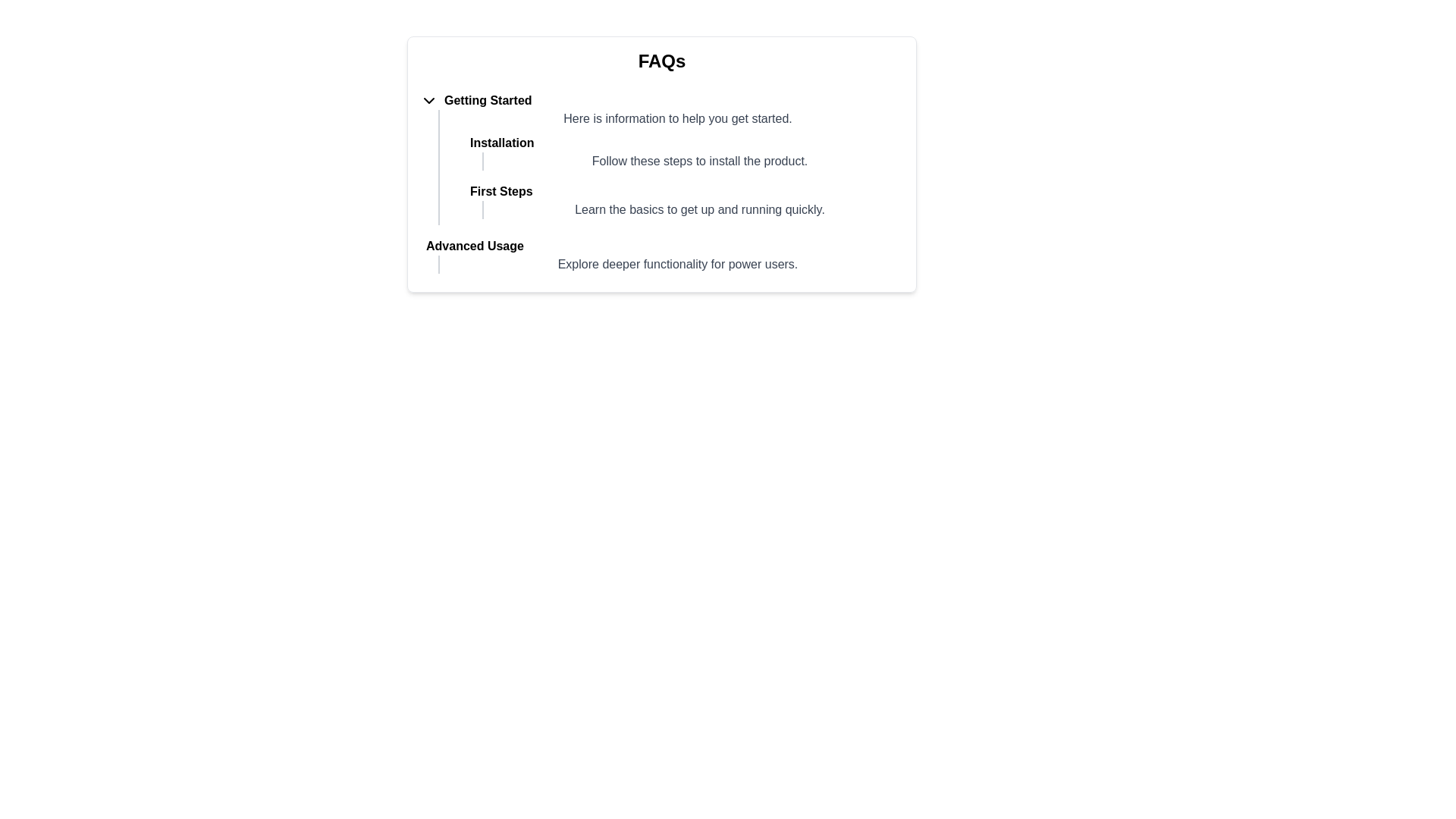 The height and width of the screenshot is (819, 1456). What do you see at coordinates (488, 100) in the screenshot?
I see `the text label for the 'Getting Started' section in the FAQ interface` at bounding box center [488, 100].